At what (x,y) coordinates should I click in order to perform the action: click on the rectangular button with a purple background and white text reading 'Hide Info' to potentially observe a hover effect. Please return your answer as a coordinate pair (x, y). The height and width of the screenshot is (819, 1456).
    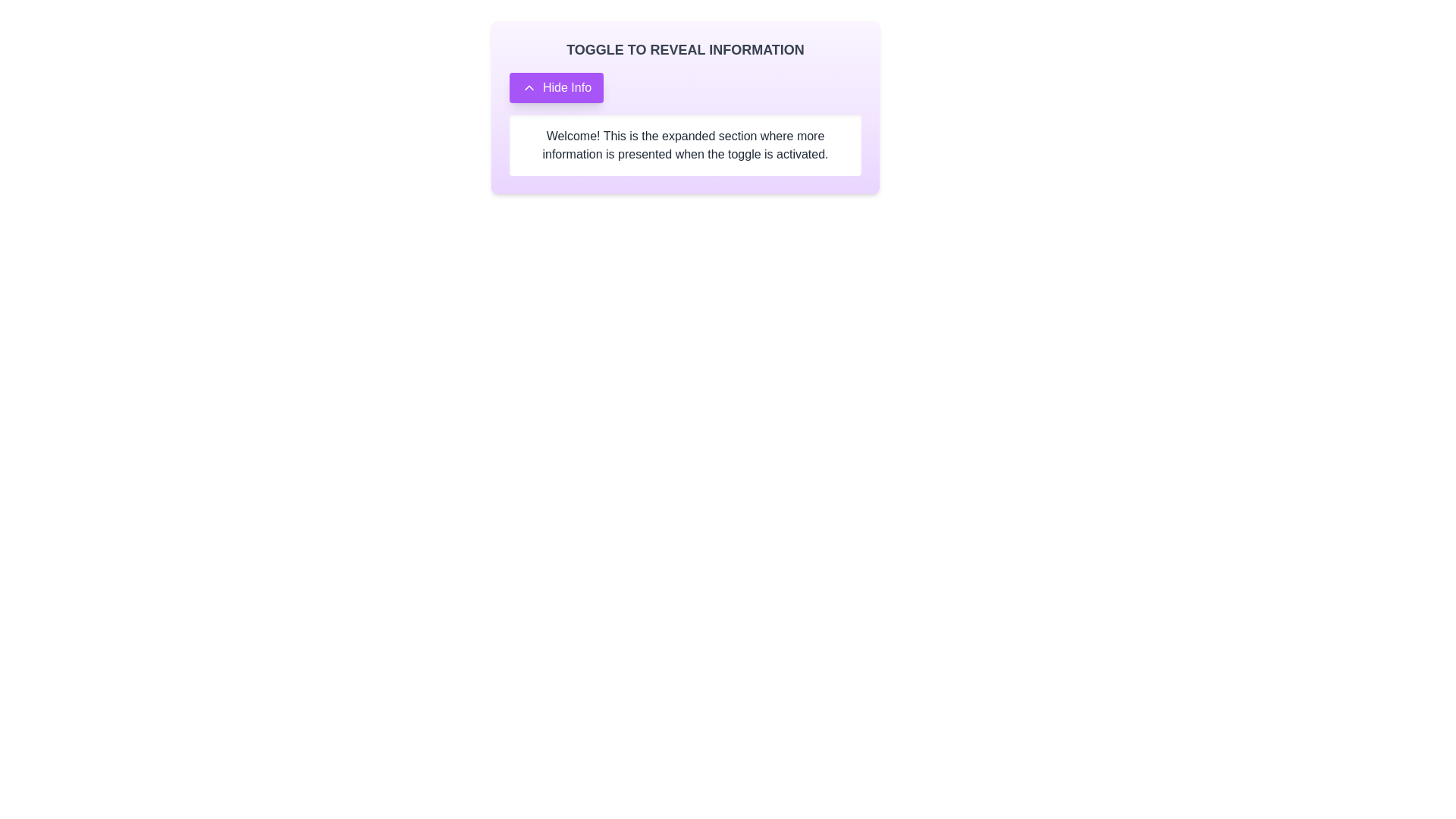
    Looking at the image, I should click on (556, 87).